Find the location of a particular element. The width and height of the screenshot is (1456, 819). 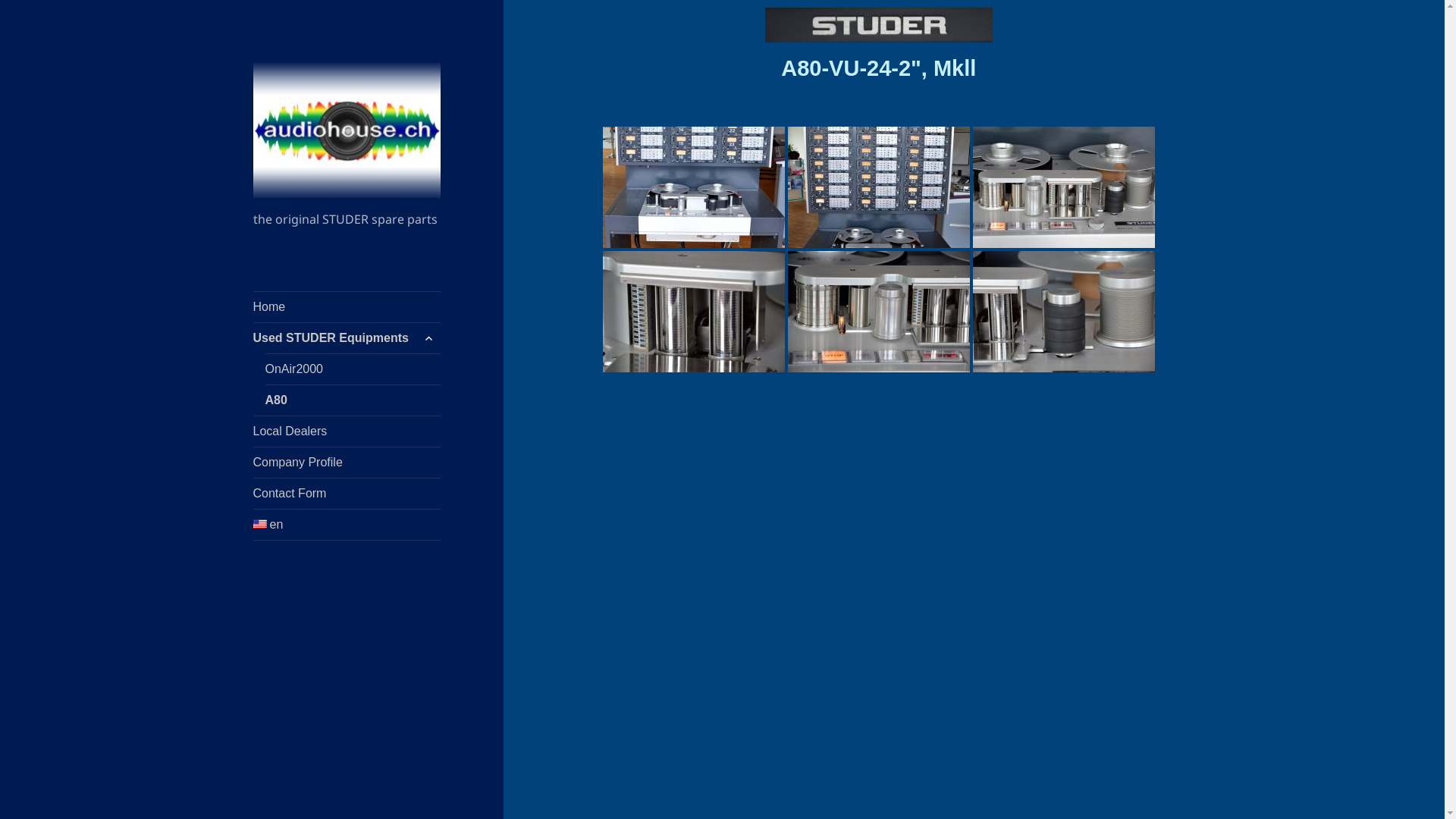

'OnAir2000' is located at coordinates (352, 369).